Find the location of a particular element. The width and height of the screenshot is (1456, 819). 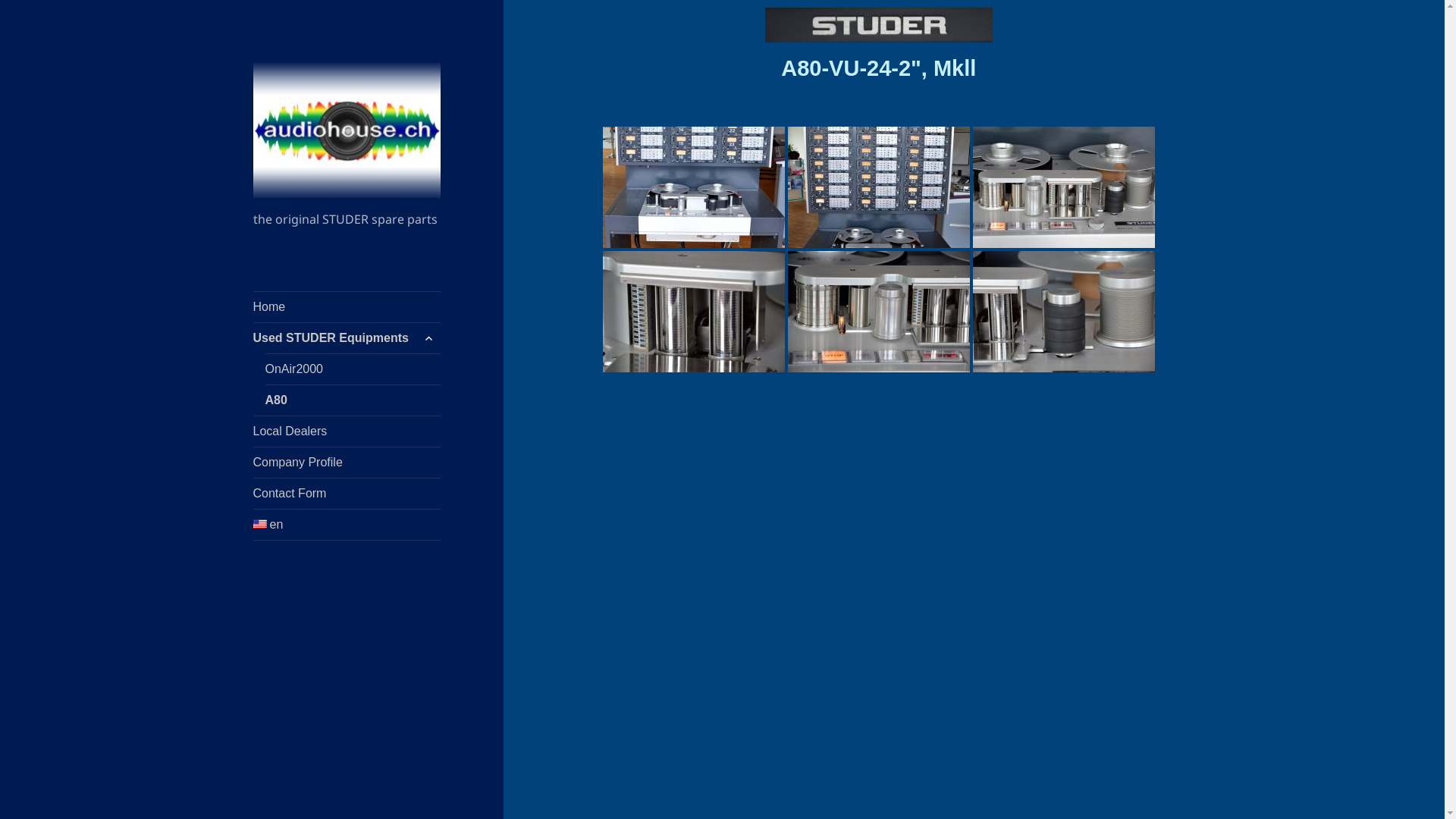

'OnAir2000' is located at coordinates (352, 369).